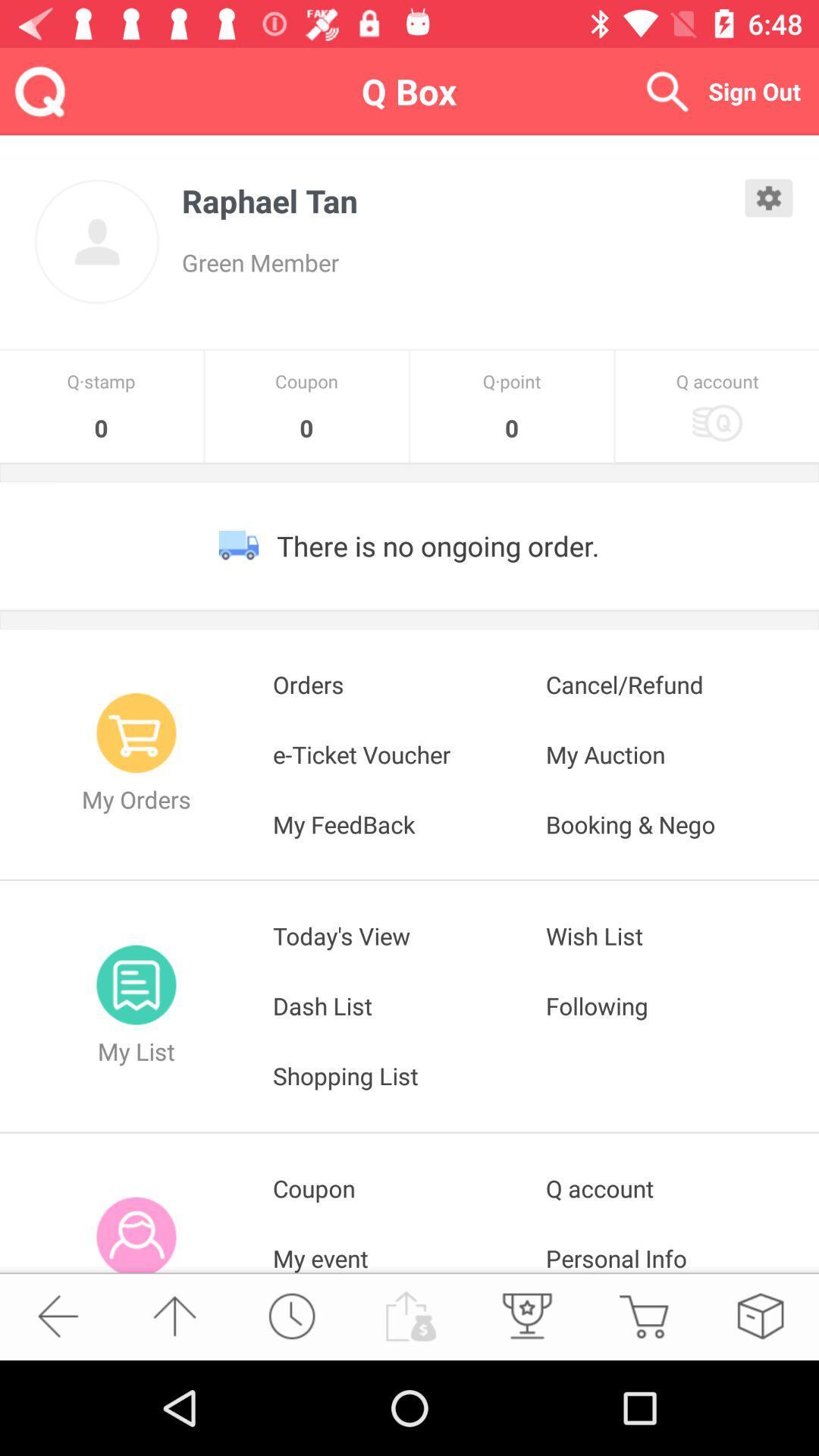 Image resolution: width=819 pixels, height=1456 pixels. What do you see at coordinates (681, 754) in the screenshot?
I see `the icon above the my feedback item` at bounding box center [681, 754].